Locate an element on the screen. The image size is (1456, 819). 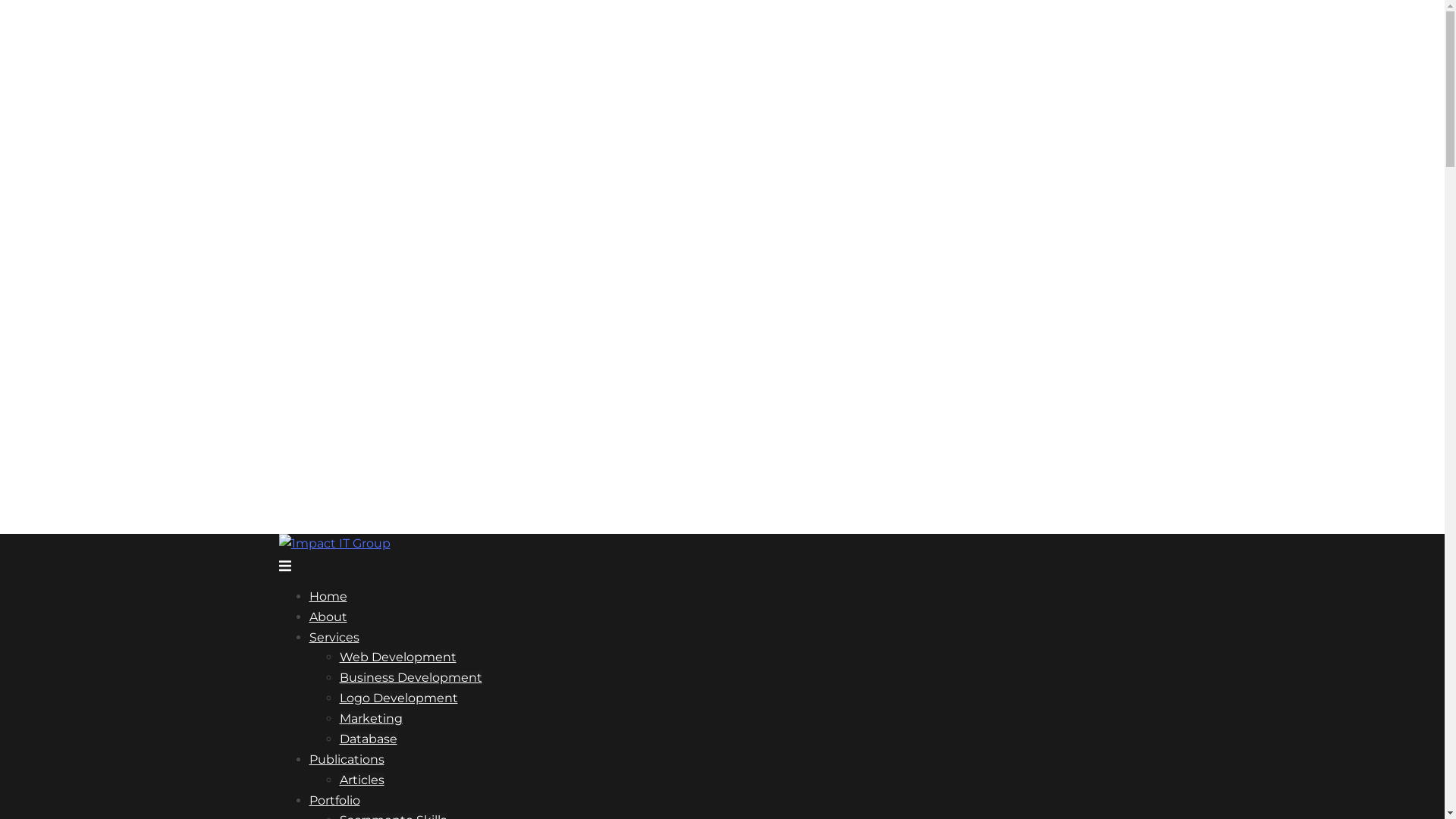
'Portfolio' is located at coordinates (334, 799).